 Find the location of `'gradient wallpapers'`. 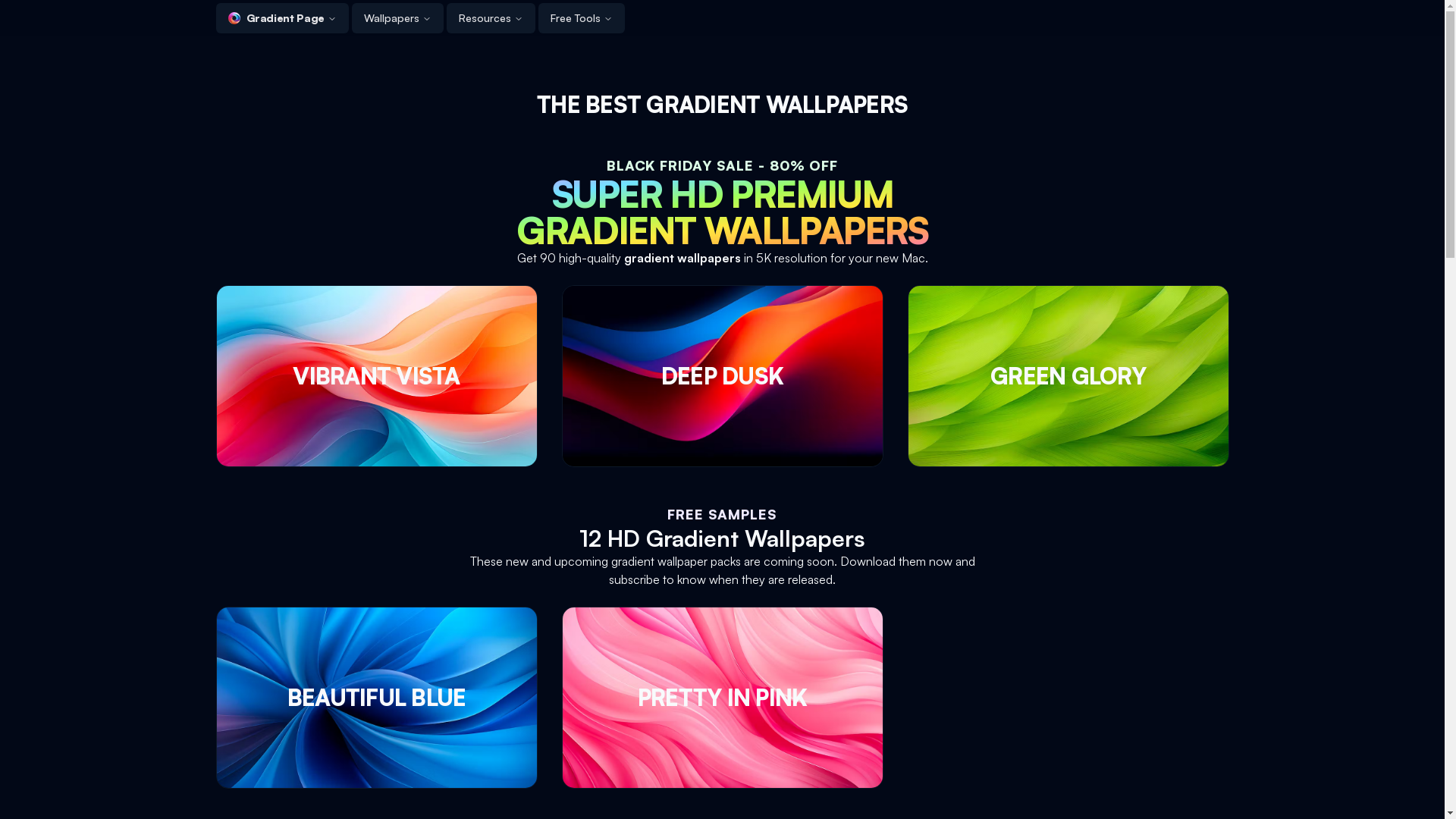

'gradient wallpapers' is located at coordinates (623, 256).